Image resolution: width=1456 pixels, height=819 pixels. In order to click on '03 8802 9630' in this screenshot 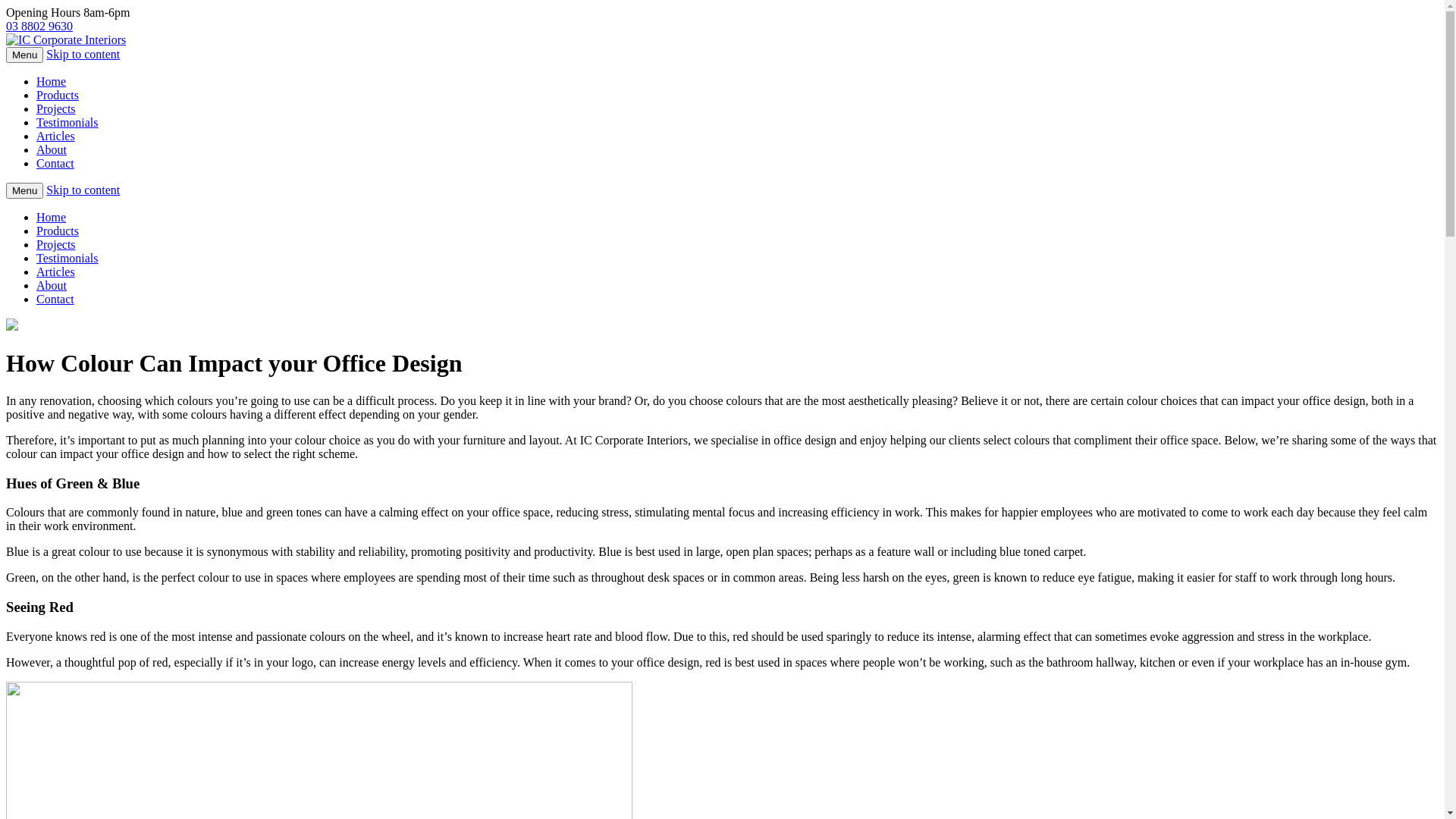, I will do `click(6, 26)`.